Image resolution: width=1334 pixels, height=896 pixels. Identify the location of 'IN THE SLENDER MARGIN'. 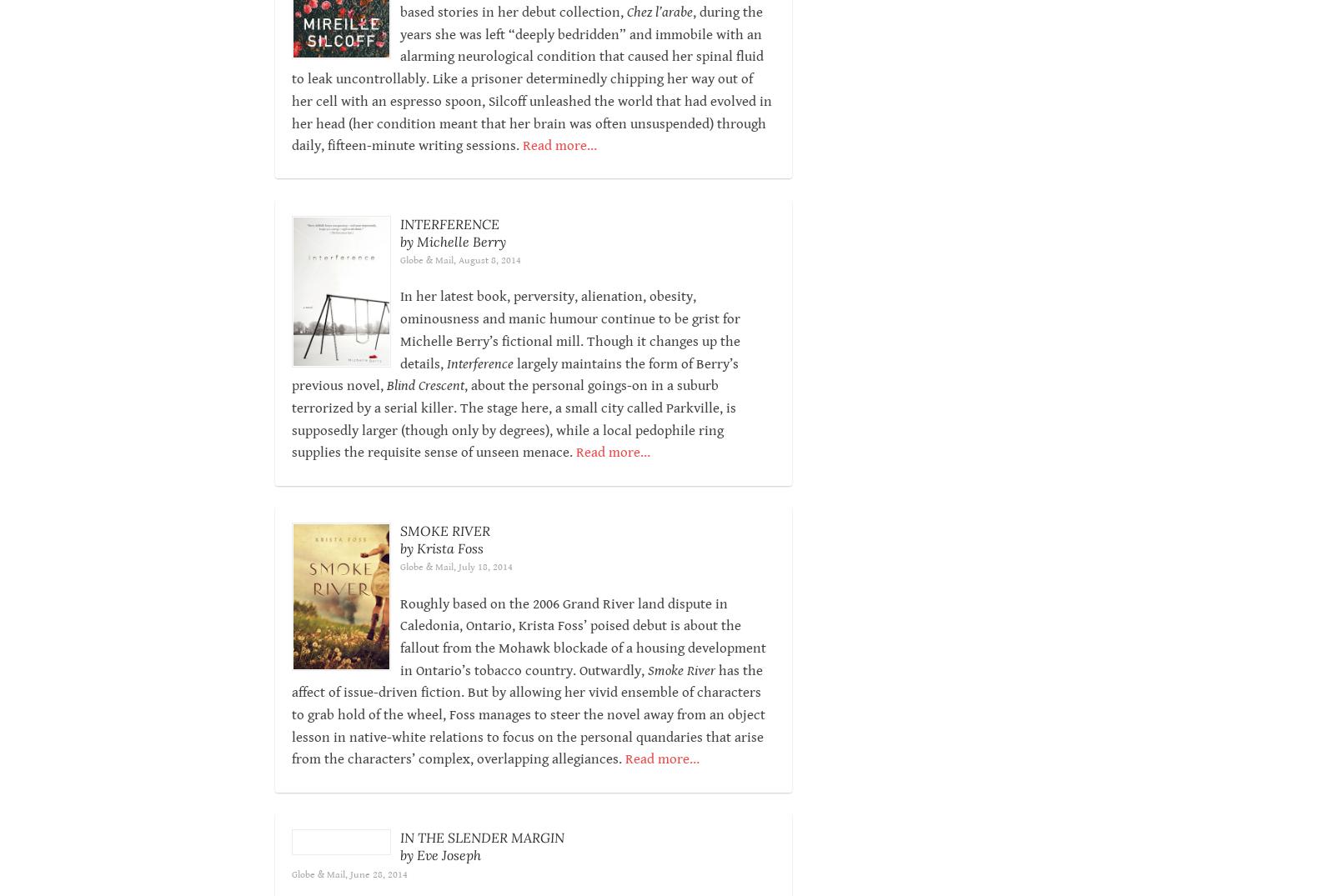
(480, 859).